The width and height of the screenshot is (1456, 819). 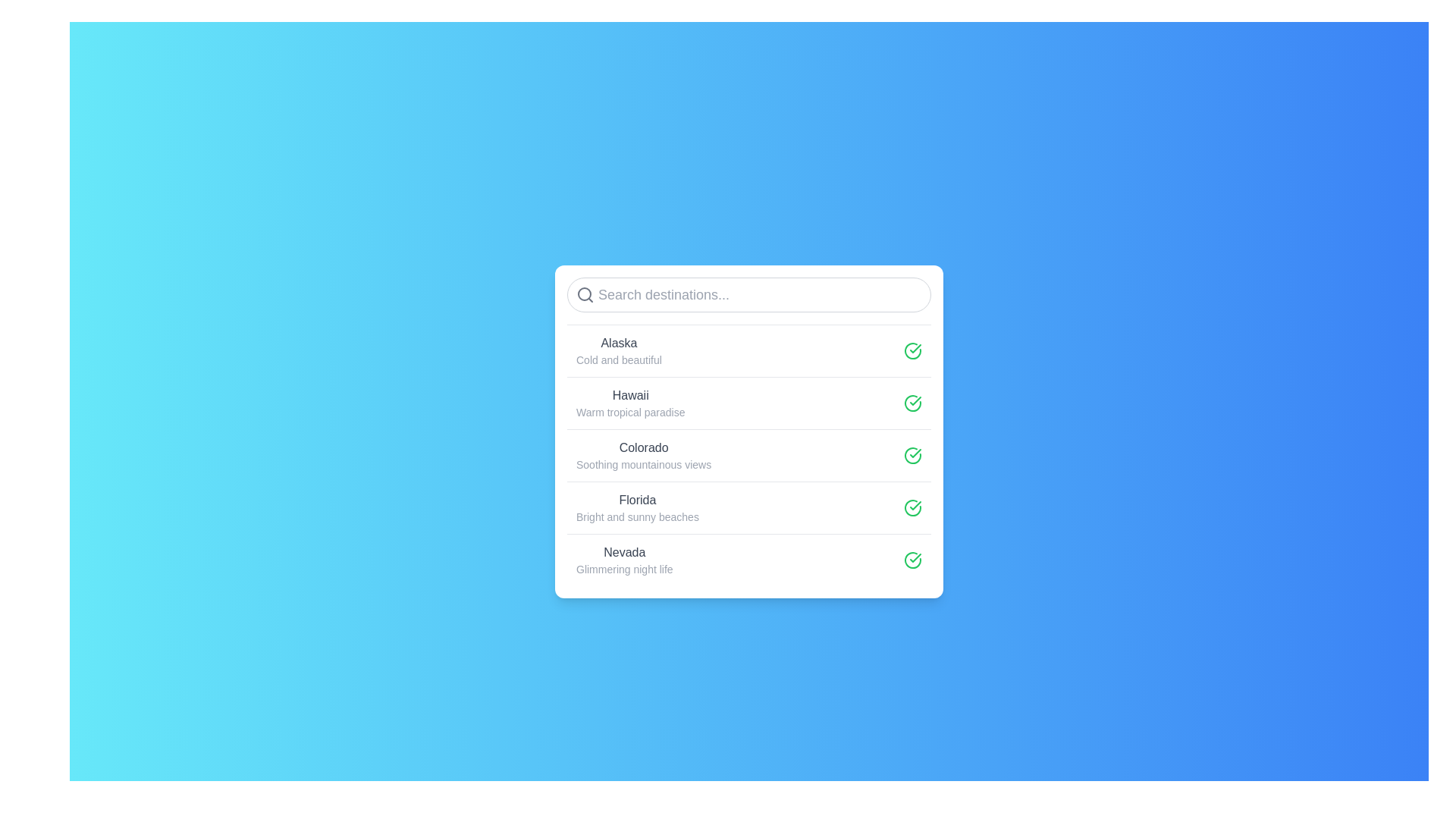 What do you see at coordinates (749, 559) in the screenshot?
I see `to select the destination item representing 'Nevada' in the list of destinations, which includes a checkmark indicating confirmation` at bounding box center [749, 559].